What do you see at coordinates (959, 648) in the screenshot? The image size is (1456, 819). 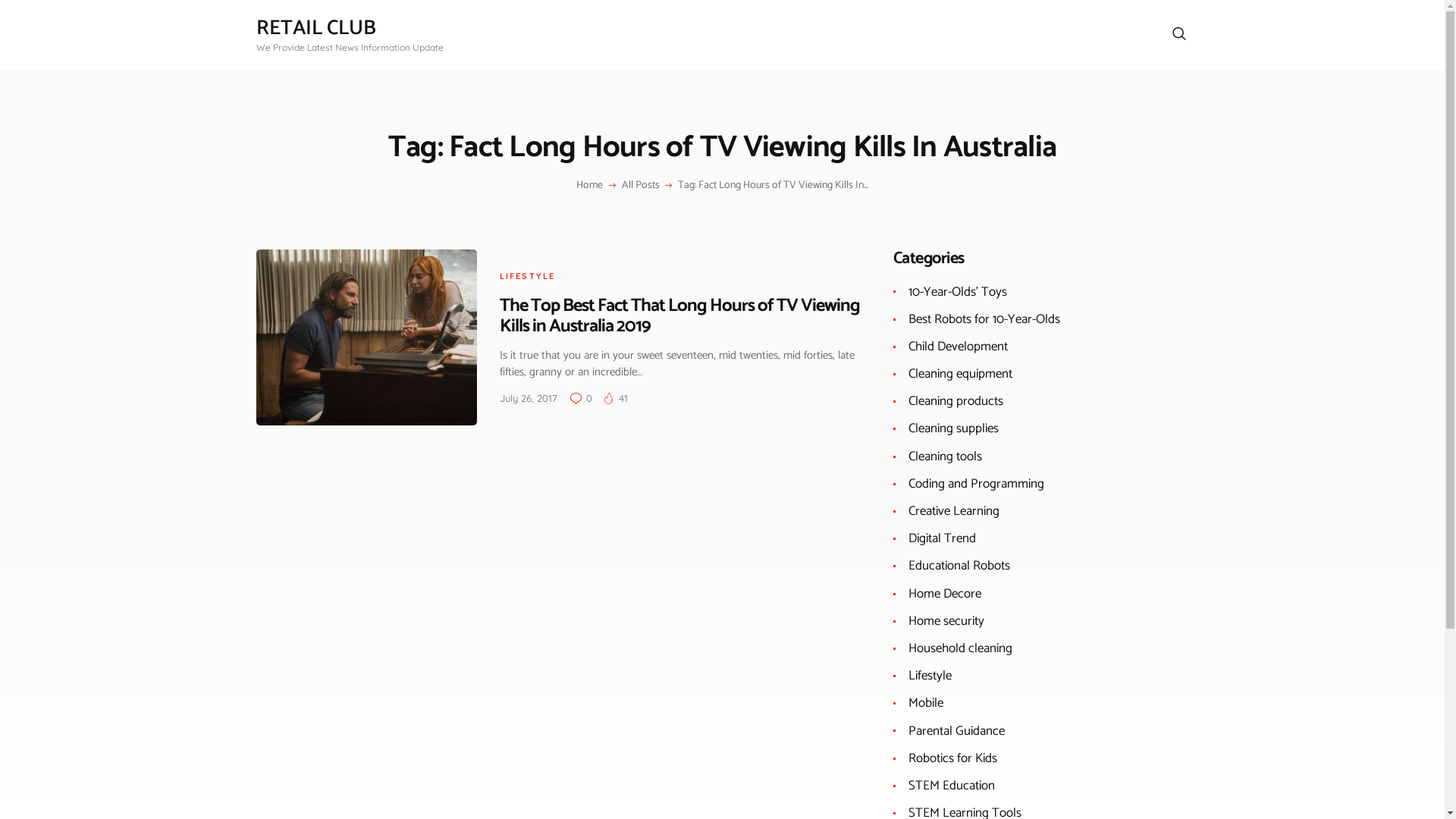 I see `'Household cleaning'` at bounding box center [959, 648].